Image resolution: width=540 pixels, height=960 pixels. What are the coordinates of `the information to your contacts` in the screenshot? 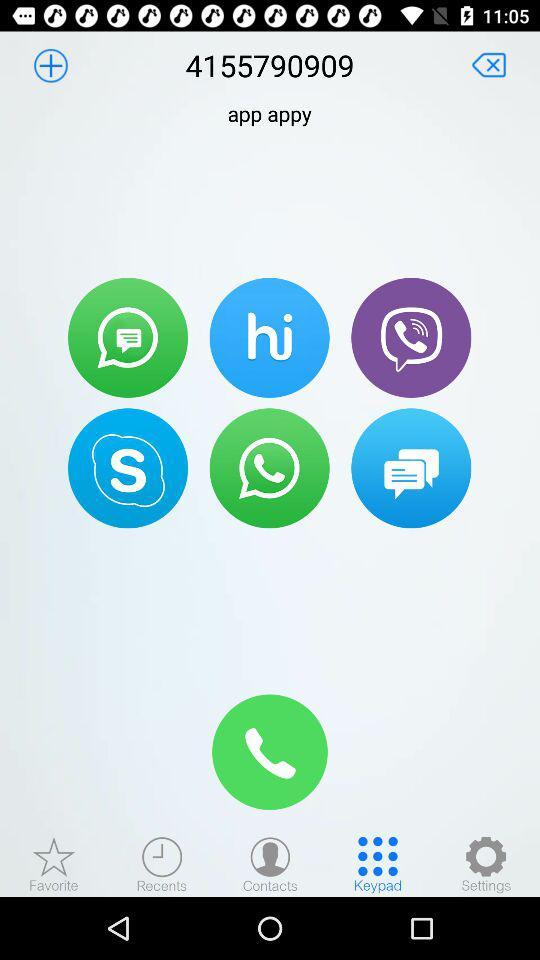 It's located at (50, 65).